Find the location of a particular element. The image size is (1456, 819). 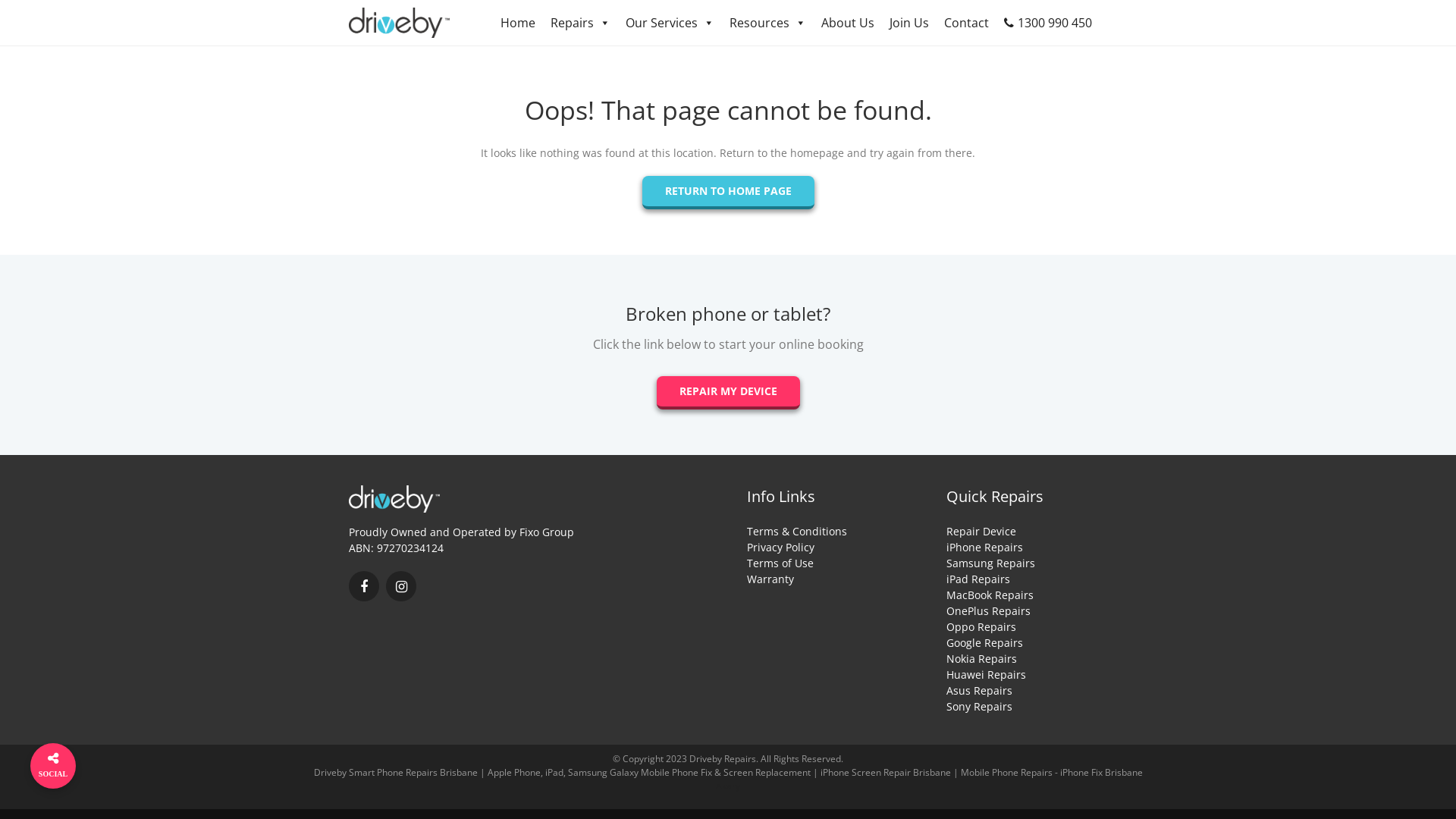

'Contact' is located at coordinates (965, 23).